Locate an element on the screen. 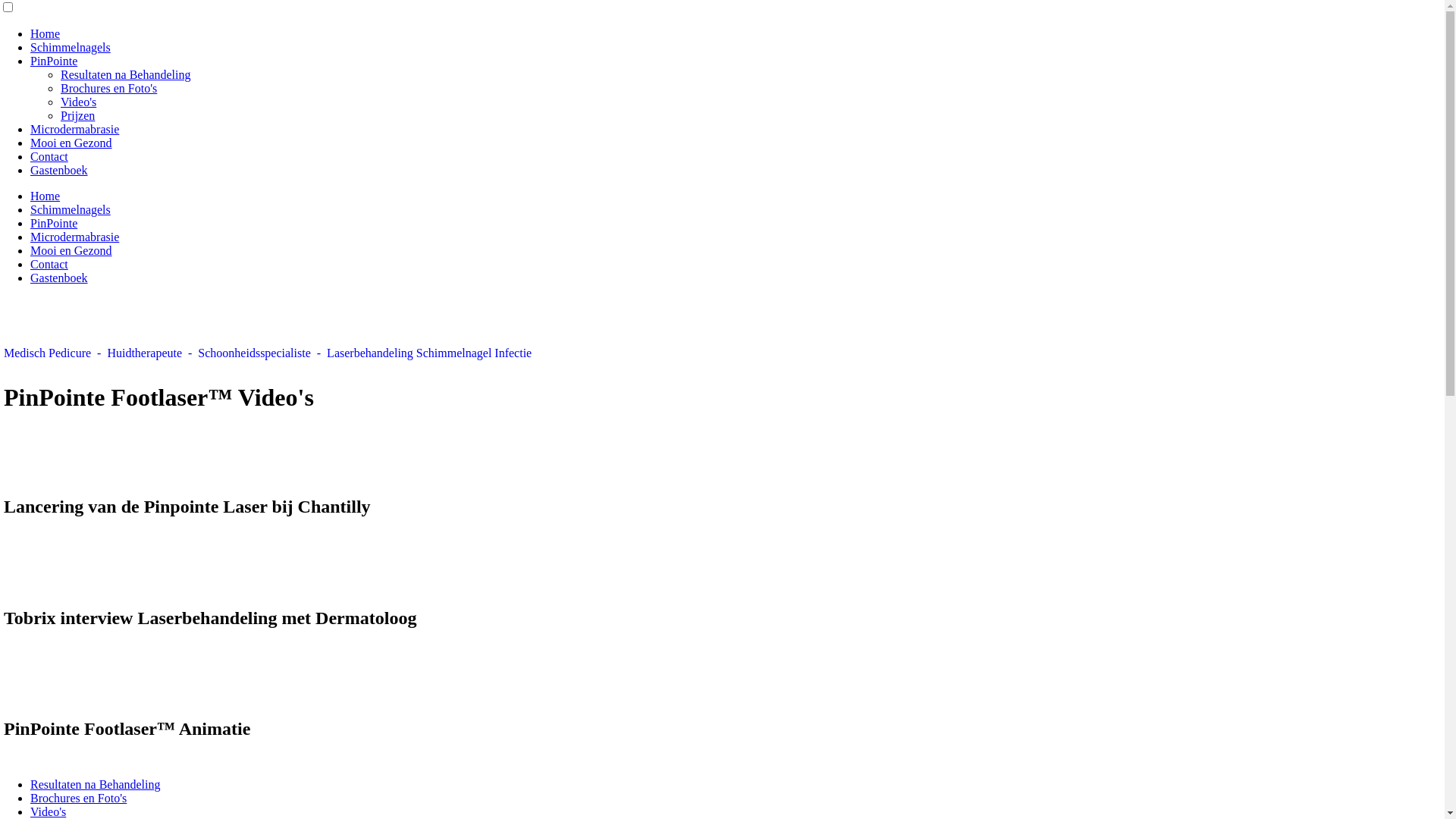 Image resolution: width=1456 pixels, height=819 pixels. 'Microdermabrasie' is located at coordinates (74, 128).